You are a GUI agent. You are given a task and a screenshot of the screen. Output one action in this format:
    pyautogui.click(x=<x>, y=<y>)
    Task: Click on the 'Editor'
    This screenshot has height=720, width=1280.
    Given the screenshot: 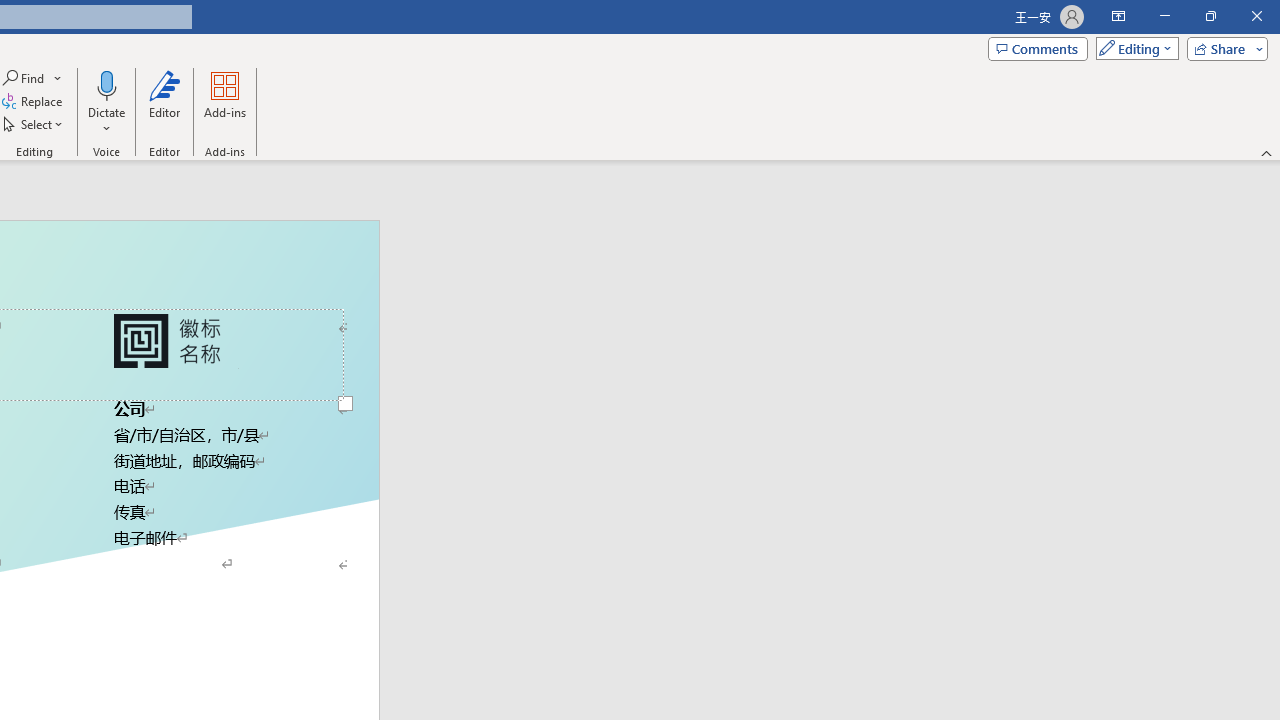 What is the action you would take?
    pyautogui.click(x=164, y=103)
    